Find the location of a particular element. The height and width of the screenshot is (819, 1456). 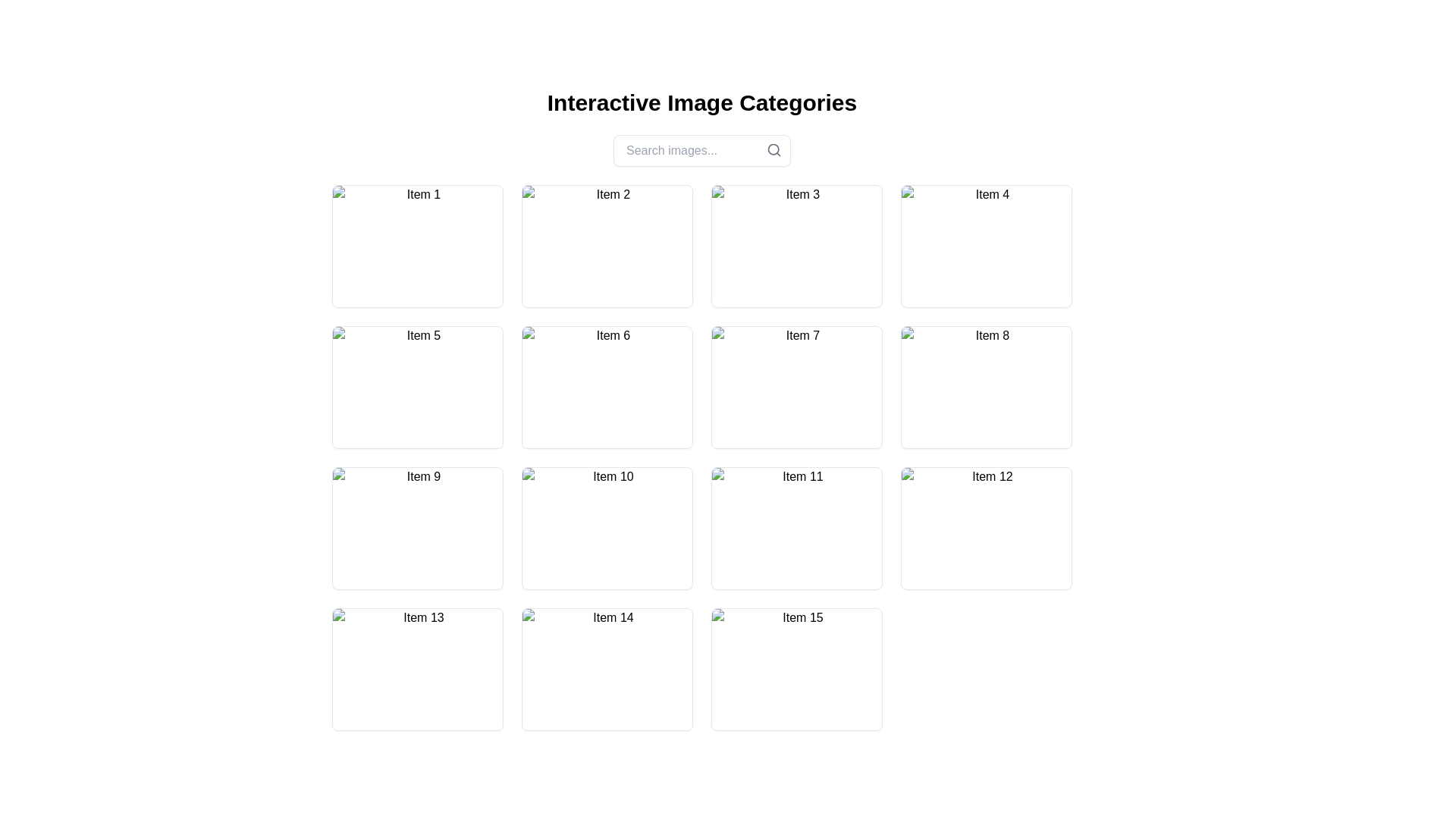

the image displaying 'Item 1' is located at coordinates (418, 245).